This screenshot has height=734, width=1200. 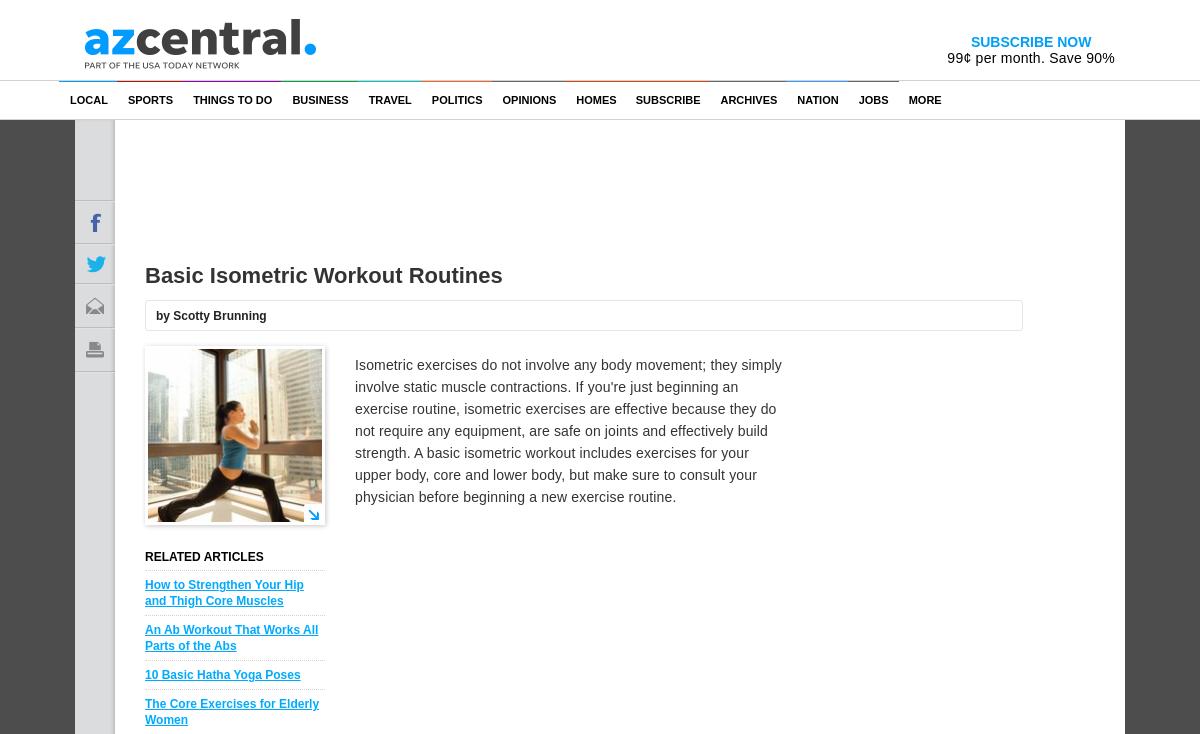 I want to click on 'by Scotty Brunning', so click(x=209, y=315).